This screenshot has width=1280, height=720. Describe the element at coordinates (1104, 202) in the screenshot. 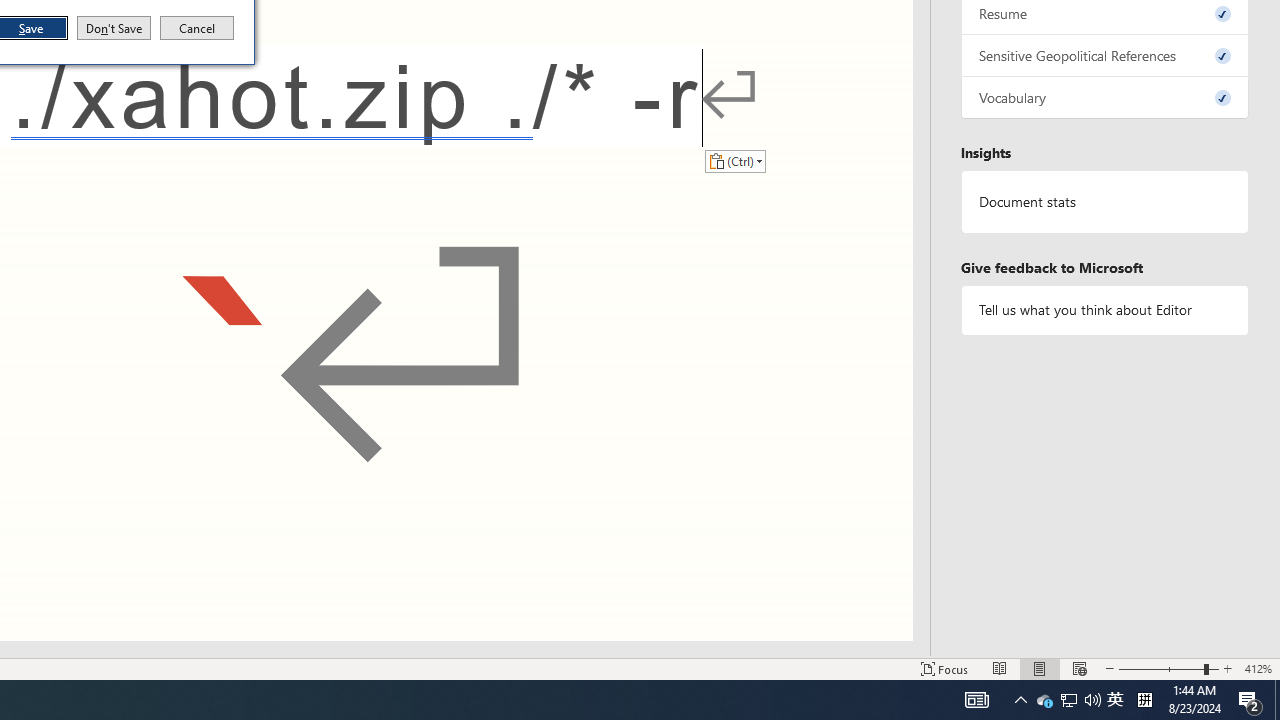

I see `'Document statistics'` at that location.